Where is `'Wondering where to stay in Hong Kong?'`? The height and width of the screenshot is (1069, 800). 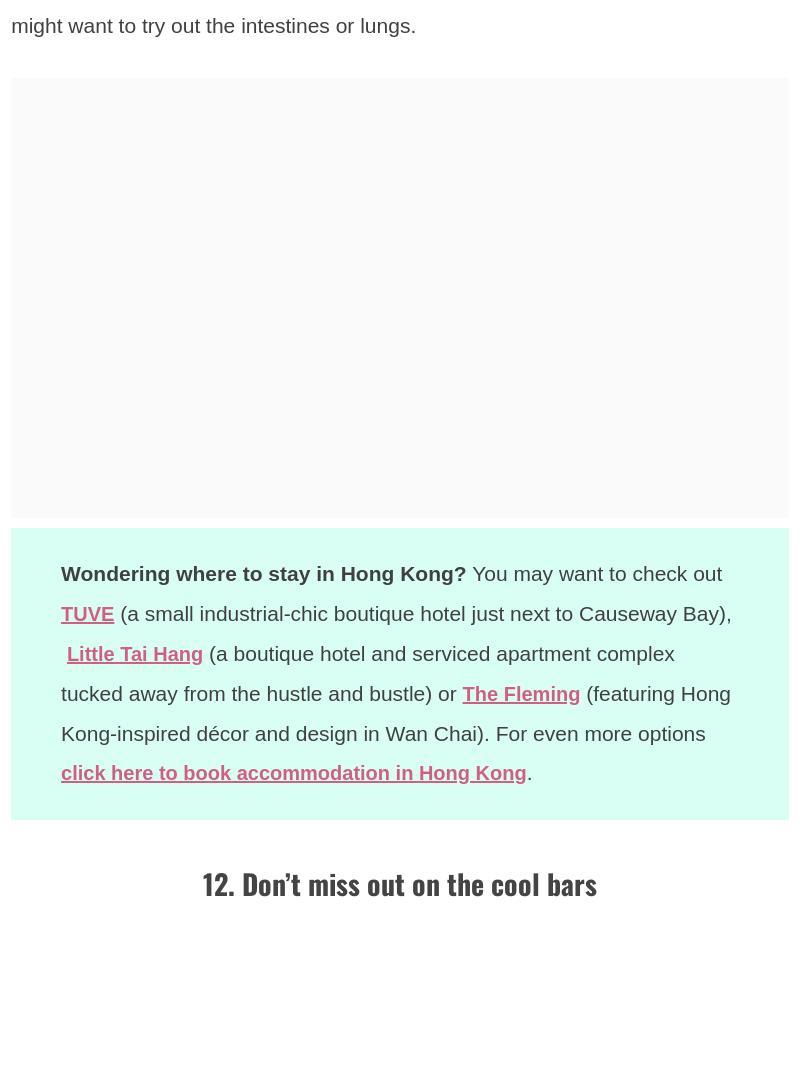
'Wondering where to stay in Hong Kong?' is located at coordinates (262, 573).